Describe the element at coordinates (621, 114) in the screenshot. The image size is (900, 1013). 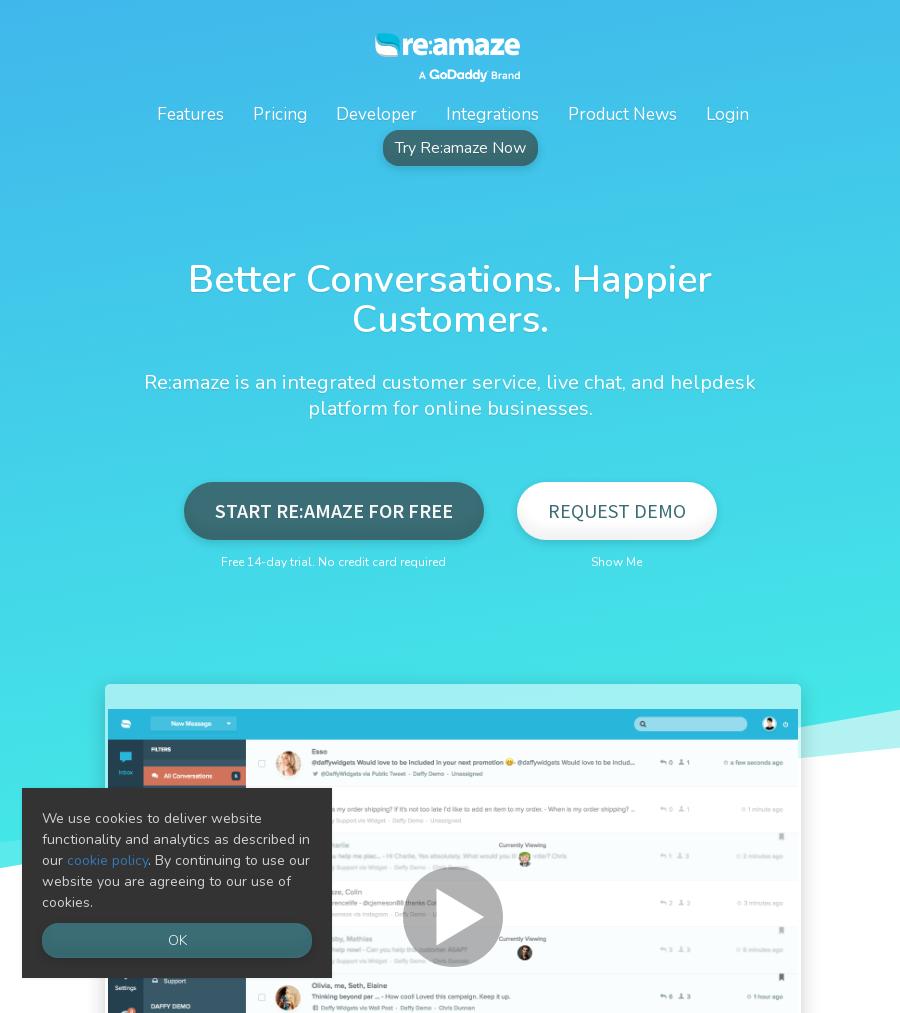
I see `'Product News'` at that location.